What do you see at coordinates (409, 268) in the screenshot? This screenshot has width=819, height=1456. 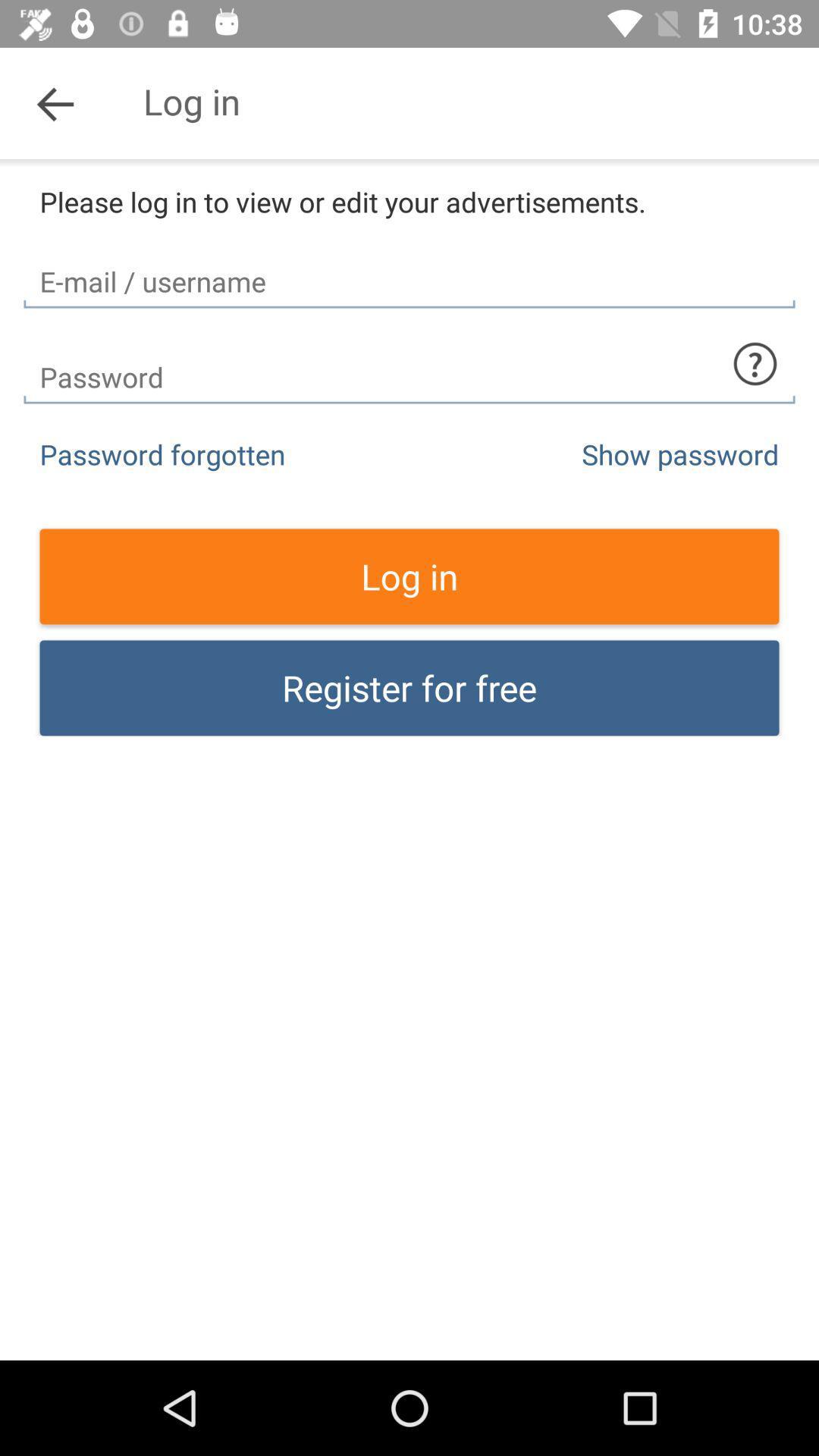 I see `email or username` at bounding box center [409, 268].